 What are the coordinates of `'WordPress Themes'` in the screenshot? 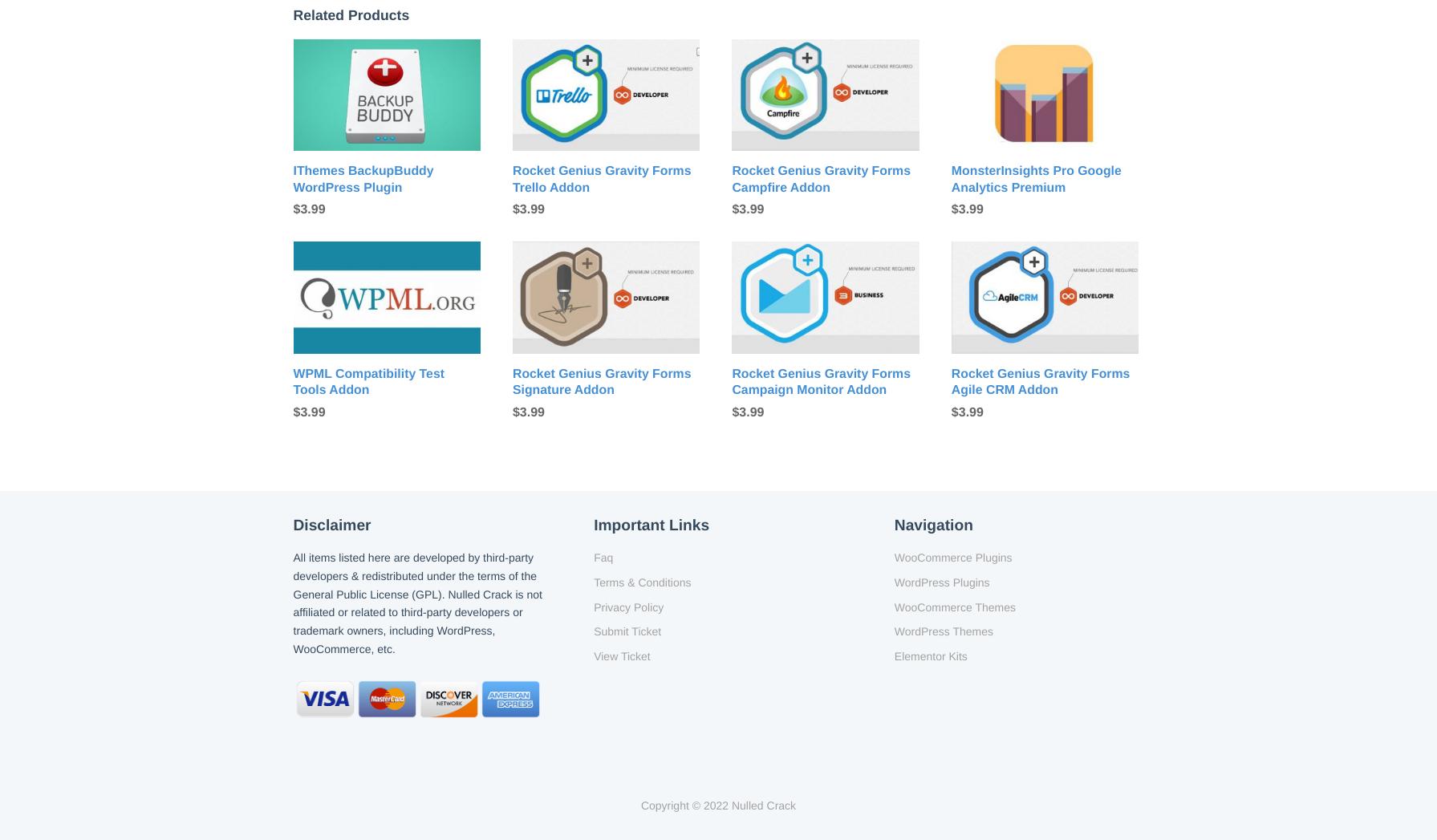 It's located at (942, 631).